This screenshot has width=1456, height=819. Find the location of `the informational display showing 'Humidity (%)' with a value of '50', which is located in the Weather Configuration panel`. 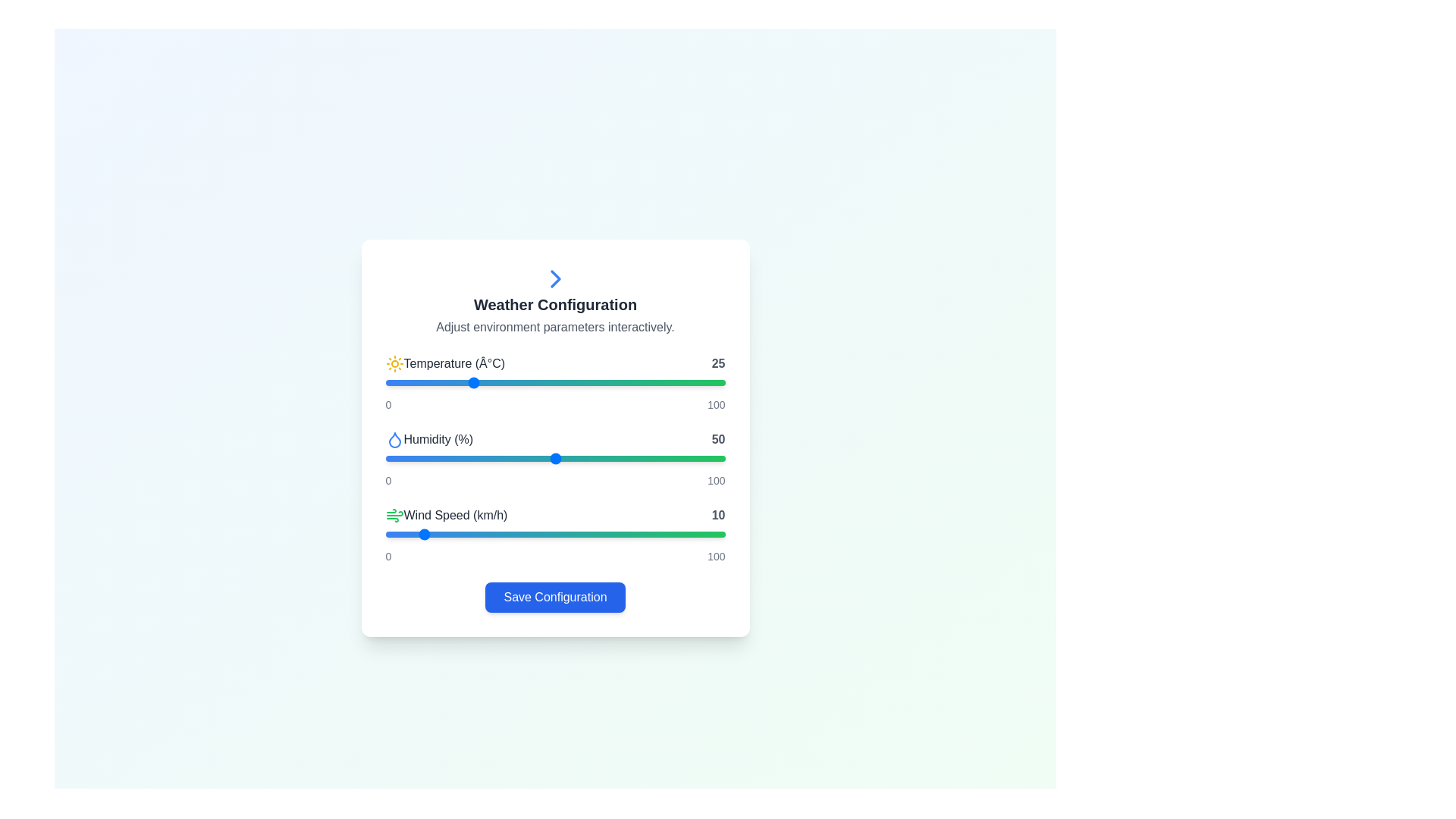

the informational display showing 'Humidity (%)' with a value of '50', which is located in the Weather Configuration panel is located at coordinates (554, 439).